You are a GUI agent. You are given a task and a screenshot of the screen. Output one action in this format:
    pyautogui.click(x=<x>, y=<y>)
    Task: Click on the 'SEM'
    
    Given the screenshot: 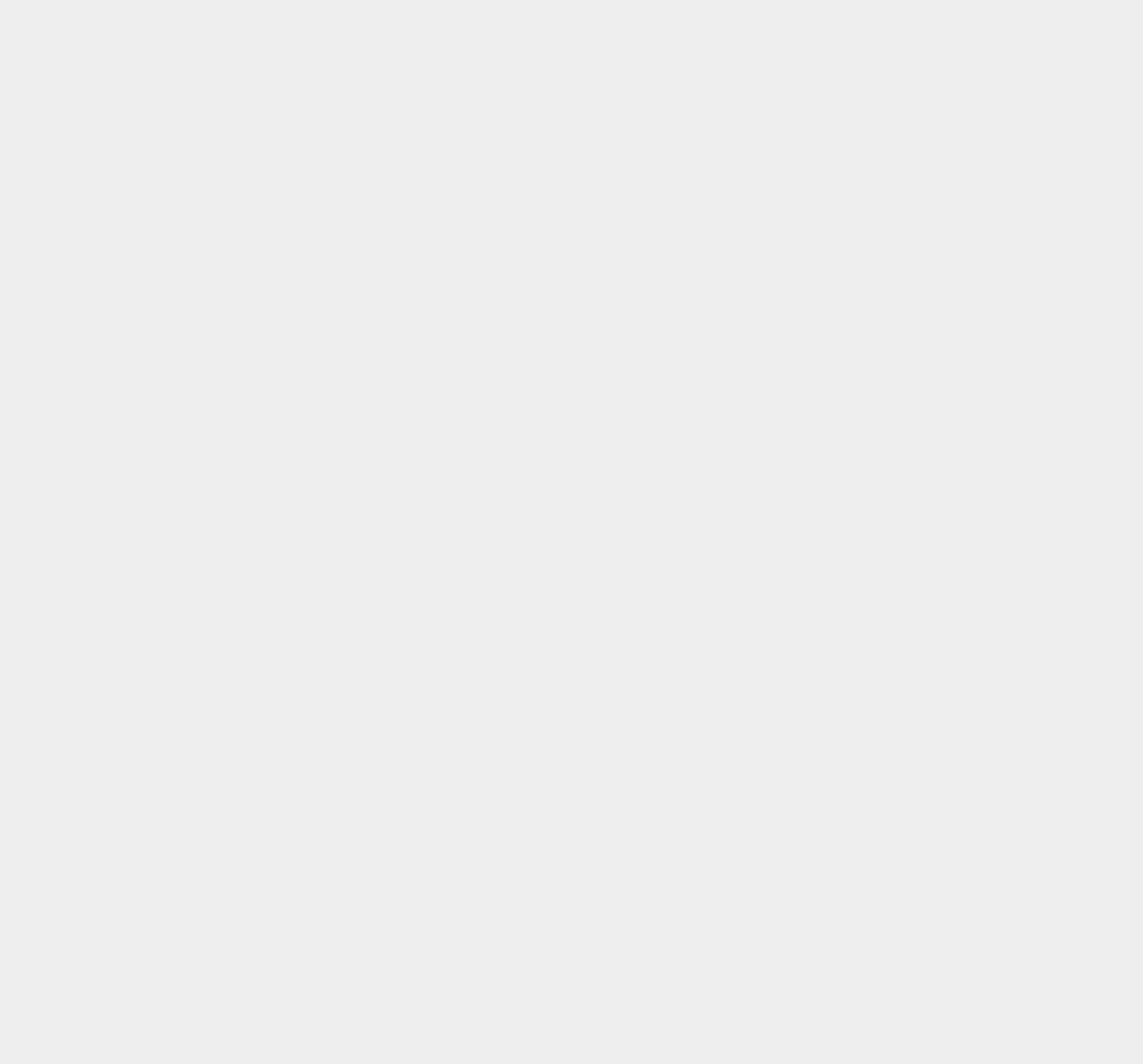 What is the action you would take?
    pyautogui.click(x=36, y=35)
    